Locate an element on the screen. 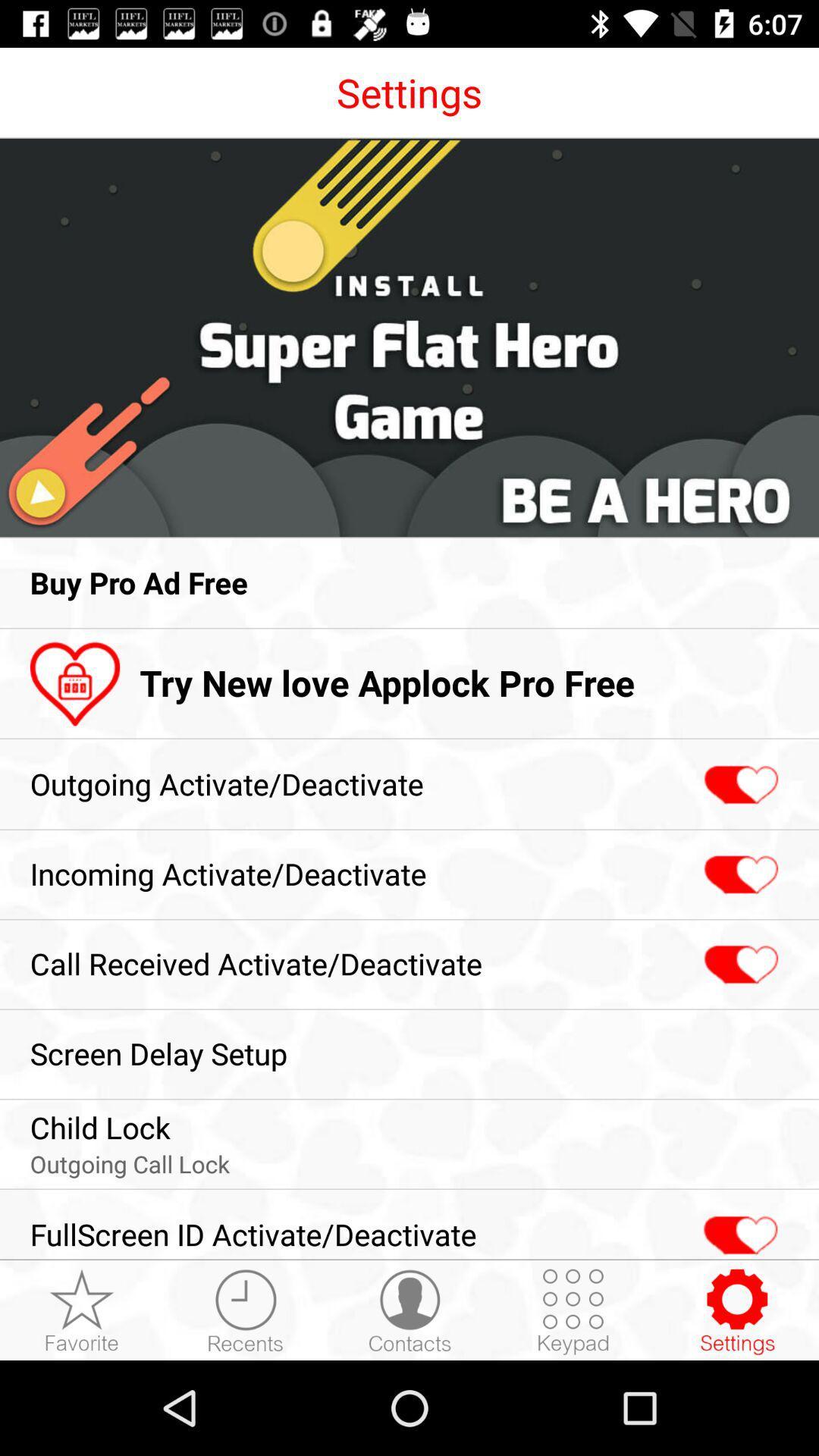 The height and width of the screenshot is (1456, 819). the favorite icon is located at coordinates (739, 785).